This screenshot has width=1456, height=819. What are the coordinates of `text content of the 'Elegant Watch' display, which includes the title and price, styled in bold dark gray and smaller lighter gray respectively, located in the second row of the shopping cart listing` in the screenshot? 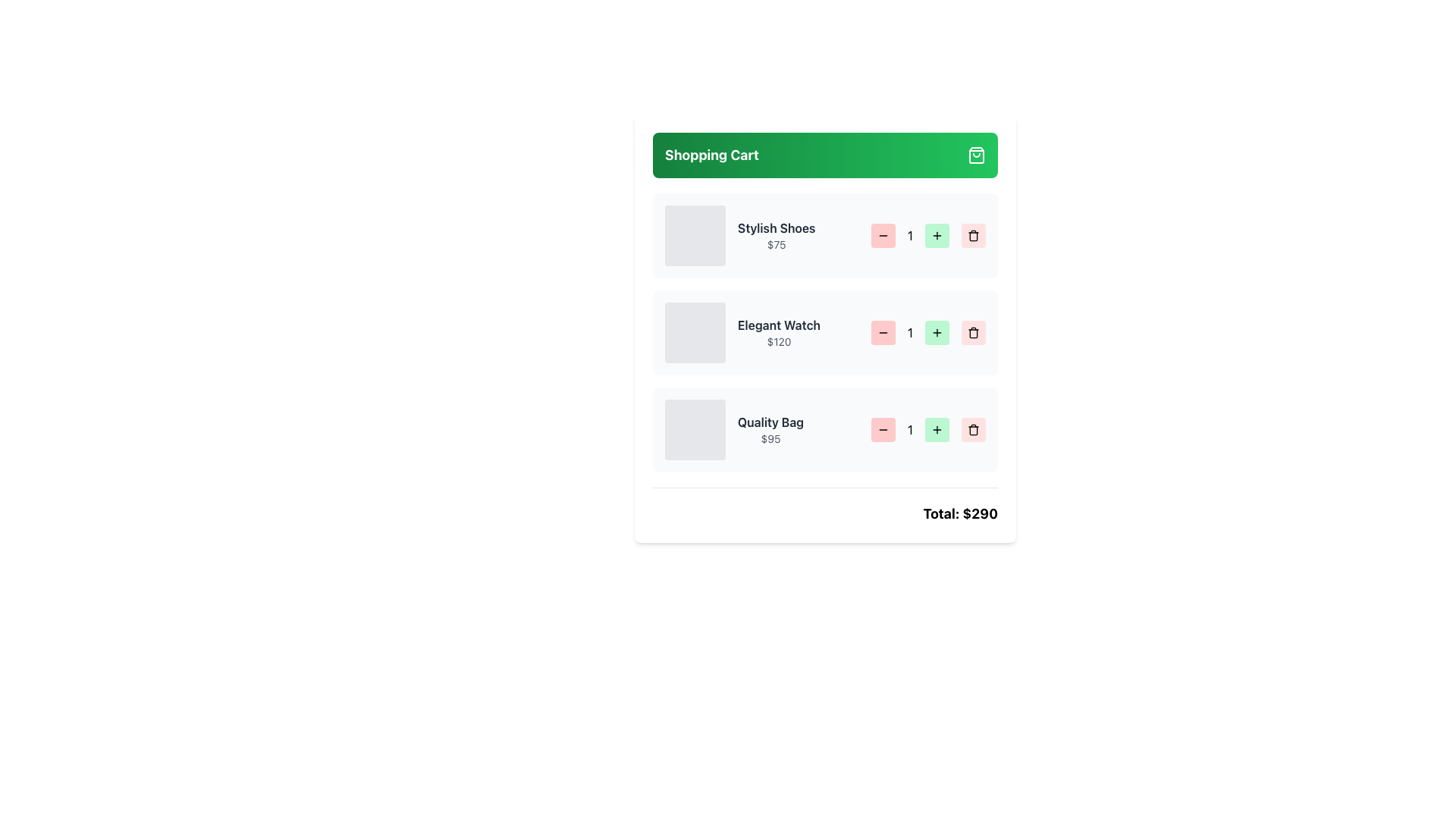 It's located at (742, 332).